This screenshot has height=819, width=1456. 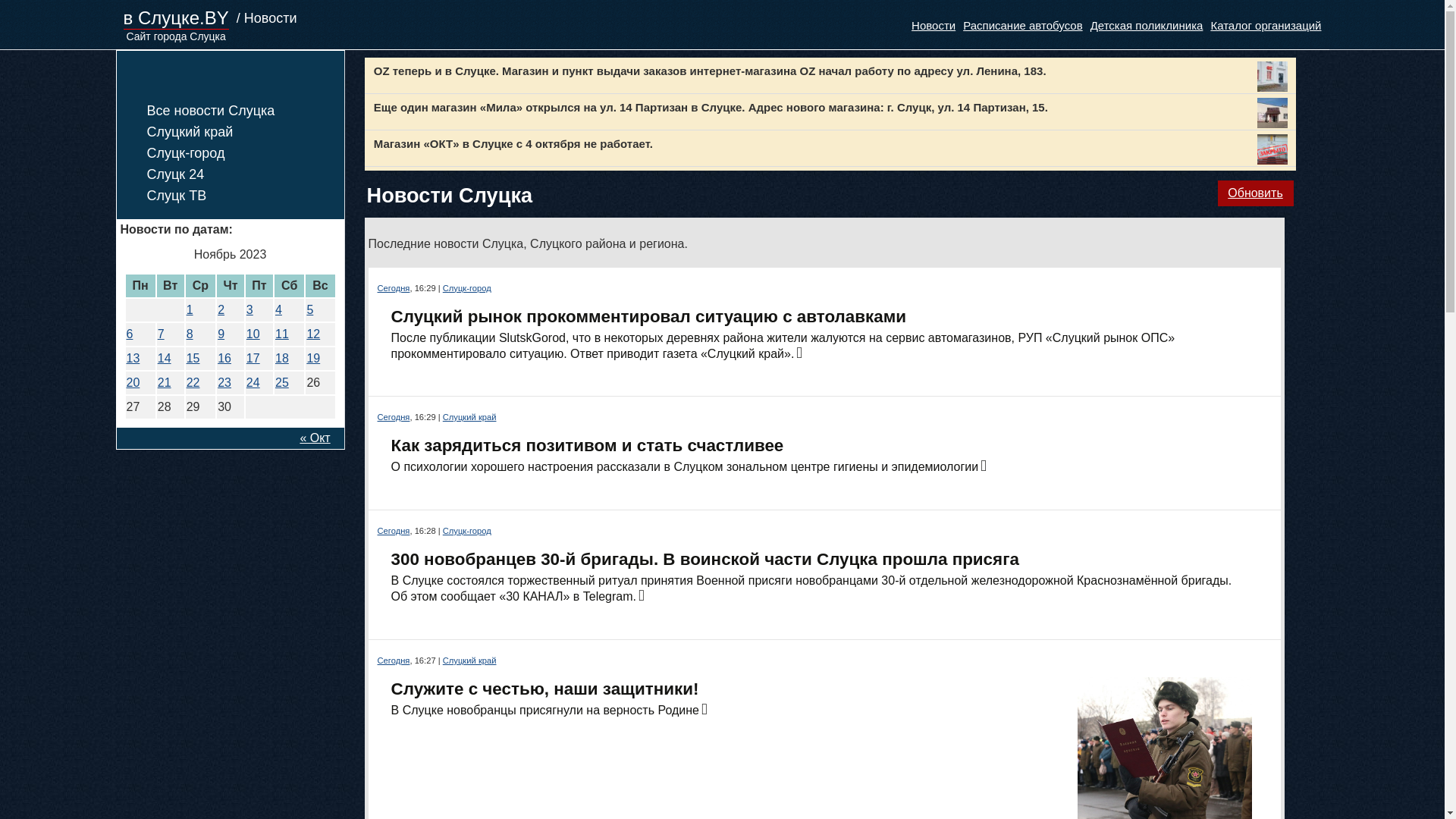 What do you see at coordinates (312, 358) in the screenshot?
I see `'19'` at bounding box center [312, 358].